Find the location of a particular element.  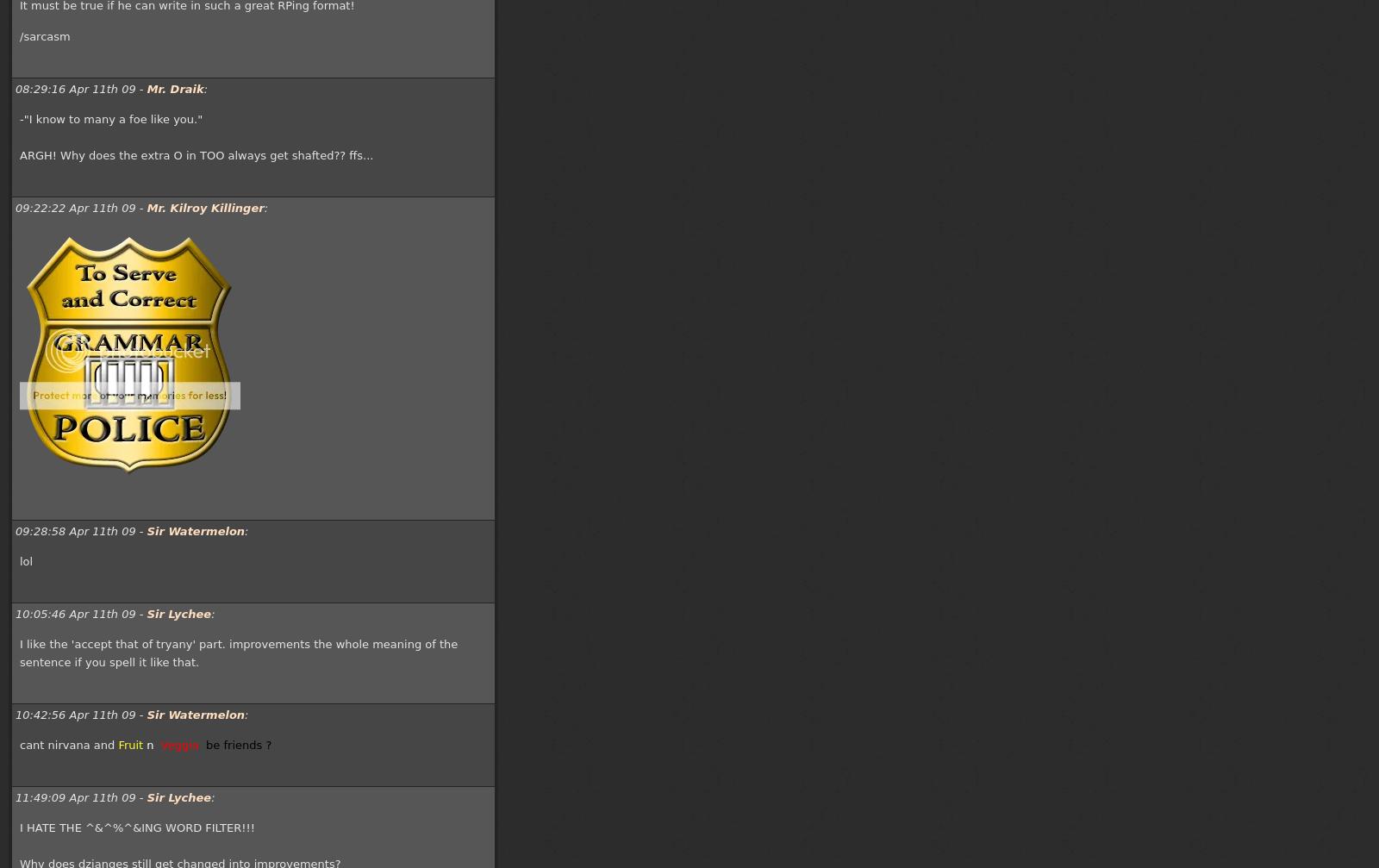

'be friends ?' is located at coordinates (206, 744).